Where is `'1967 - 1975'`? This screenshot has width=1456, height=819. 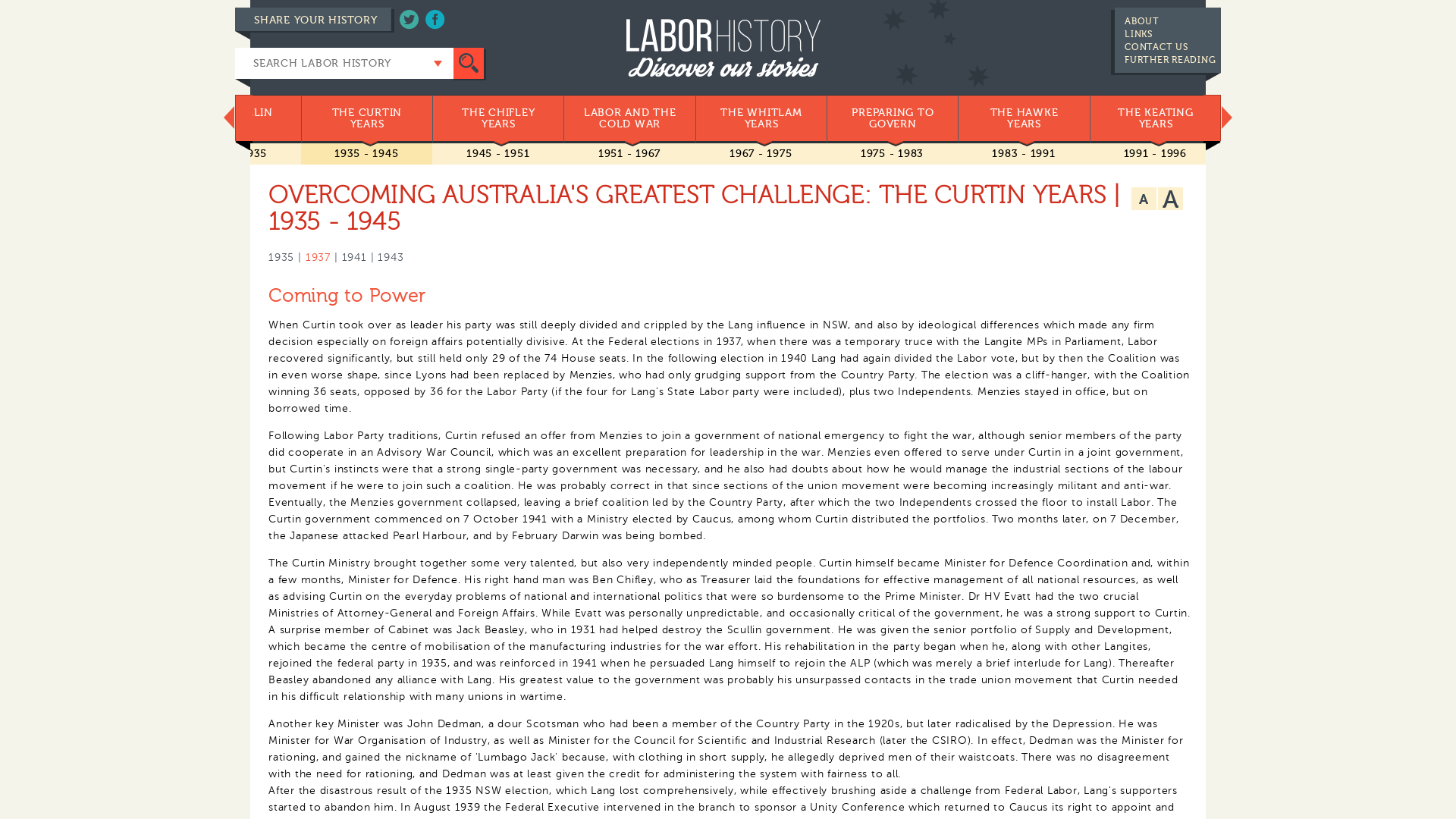 '1967 - 1975' is located at coordinates (761, 153).